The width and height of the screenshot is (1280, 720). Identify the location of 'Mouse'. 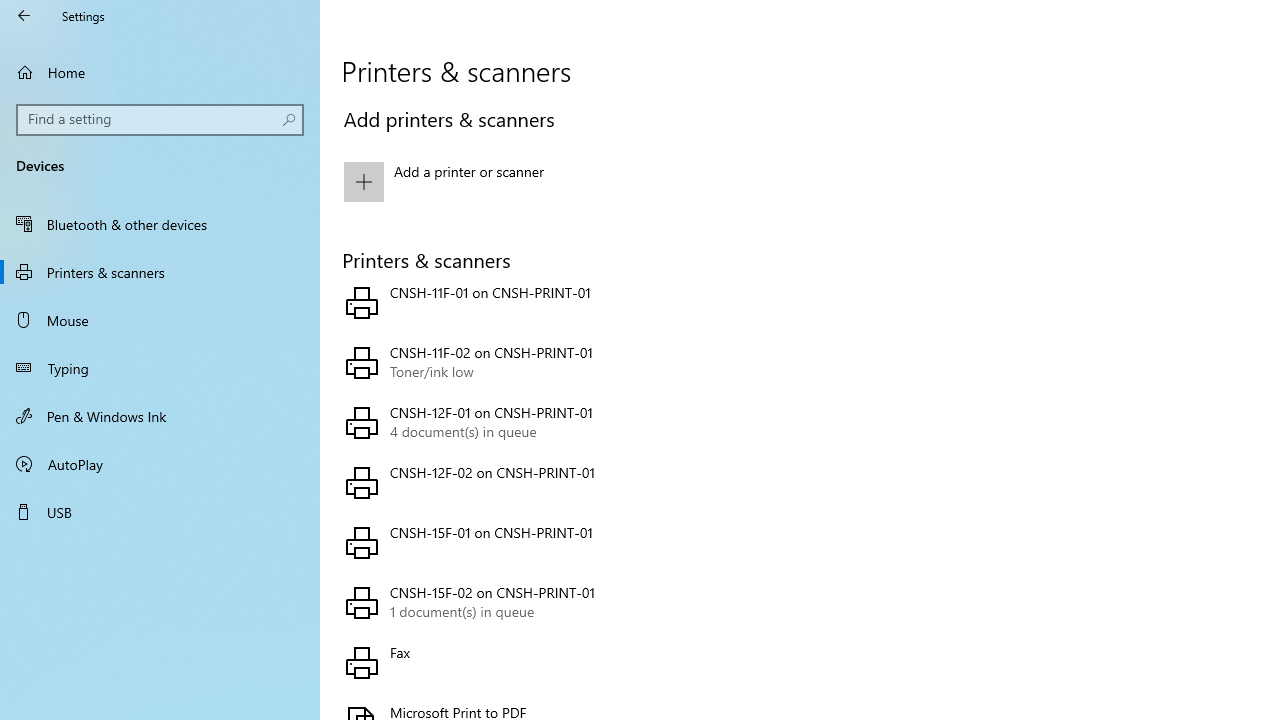
(160, 319).